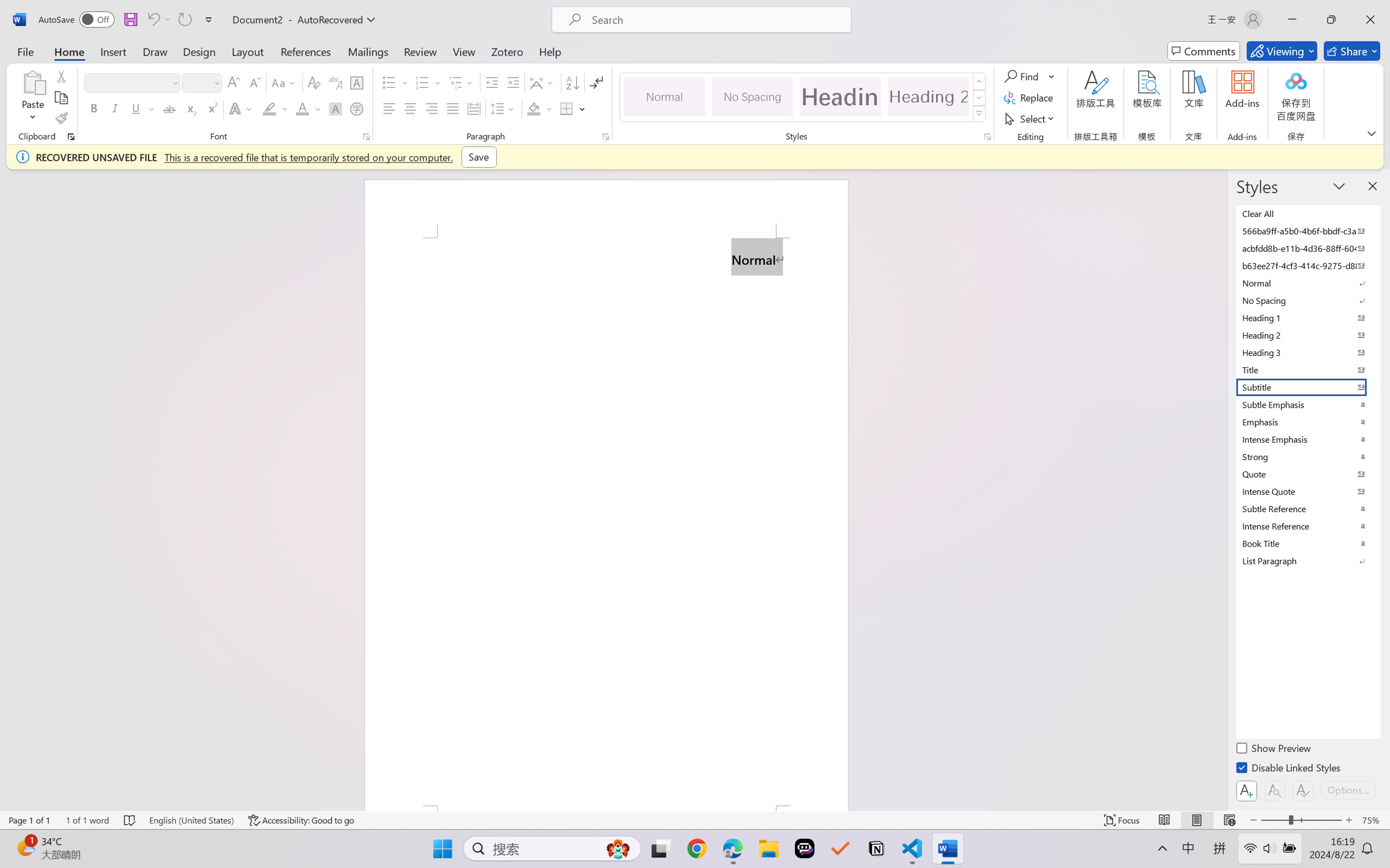  Describe the element at coordinates (1307, 543) in the screenshot. I see `'Book Title'` at that location.